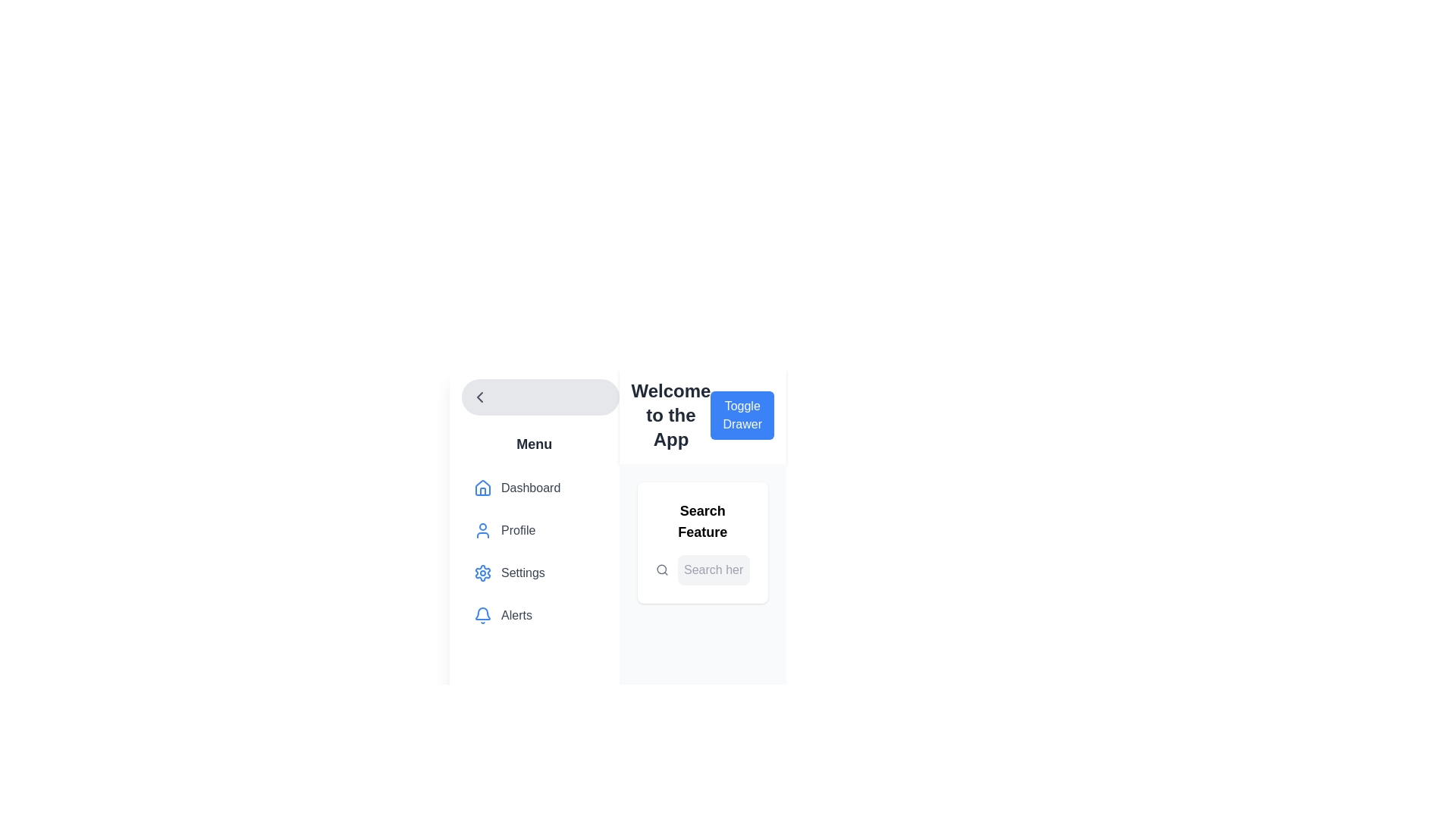 The height and width of the screenshot is (819, 1456). Describe the element at coordinates (534, 616) in the screenshot. I see `the fourth menu item in the vertical navigation menu, located below the 'Settings' menu item` at that location.